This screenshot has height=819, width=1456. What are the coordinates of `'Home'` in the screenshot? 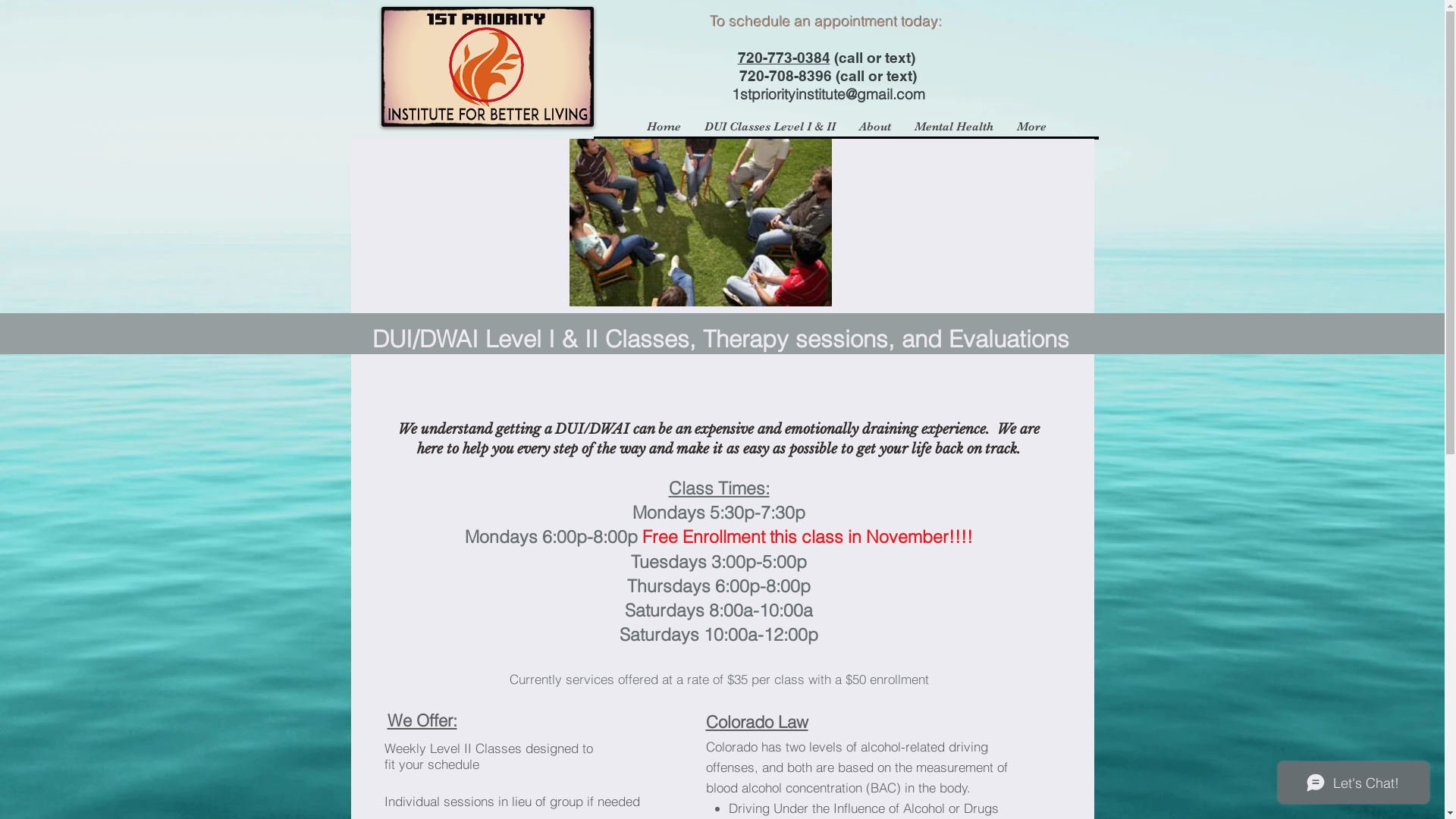 It's located at (662, 125).